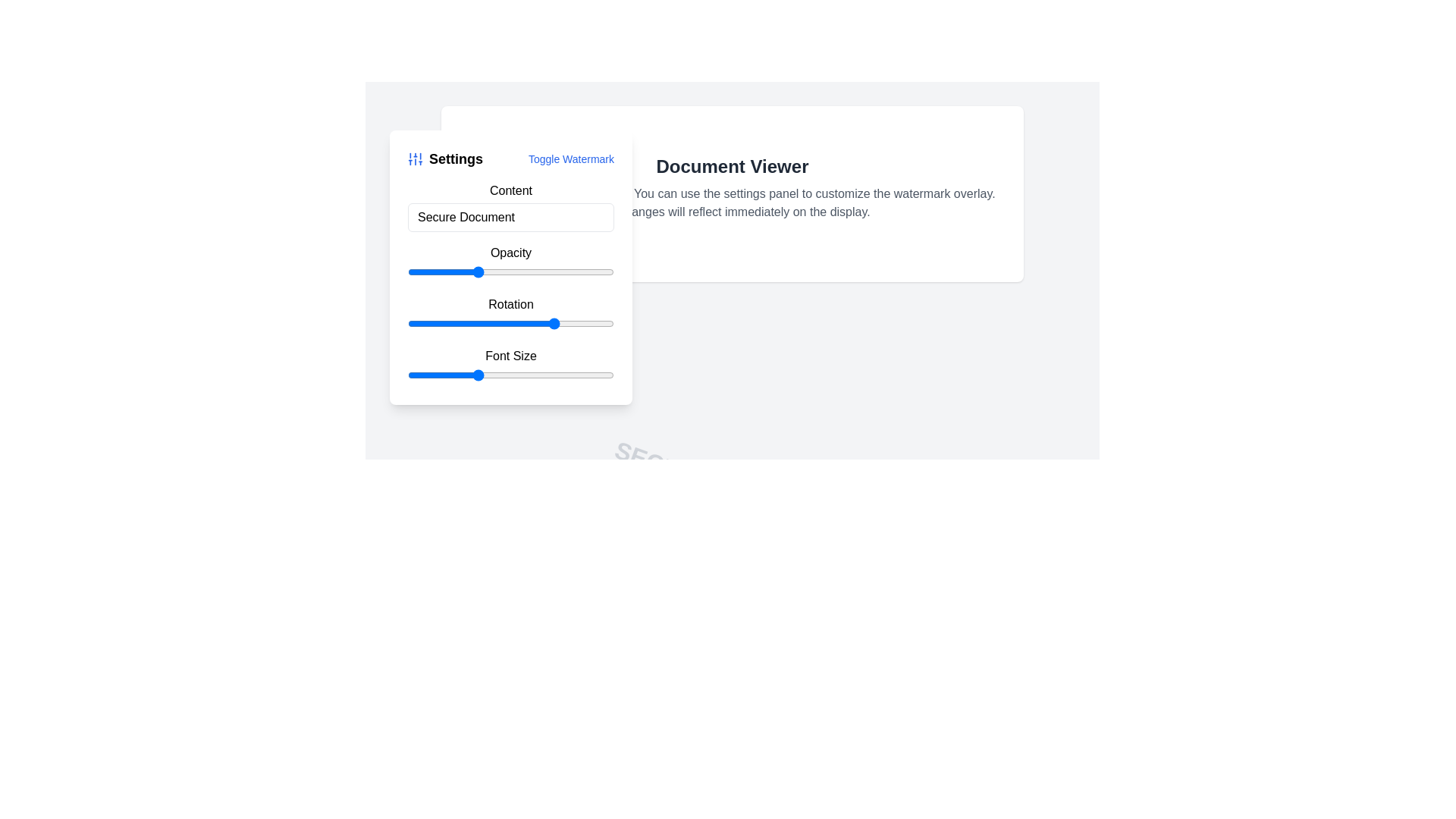 This screenshot has width=1456, height=819. What do you see at coordinates (457, 323) in the screenshot?
I see `rotation` at bounding box center [457, 323].